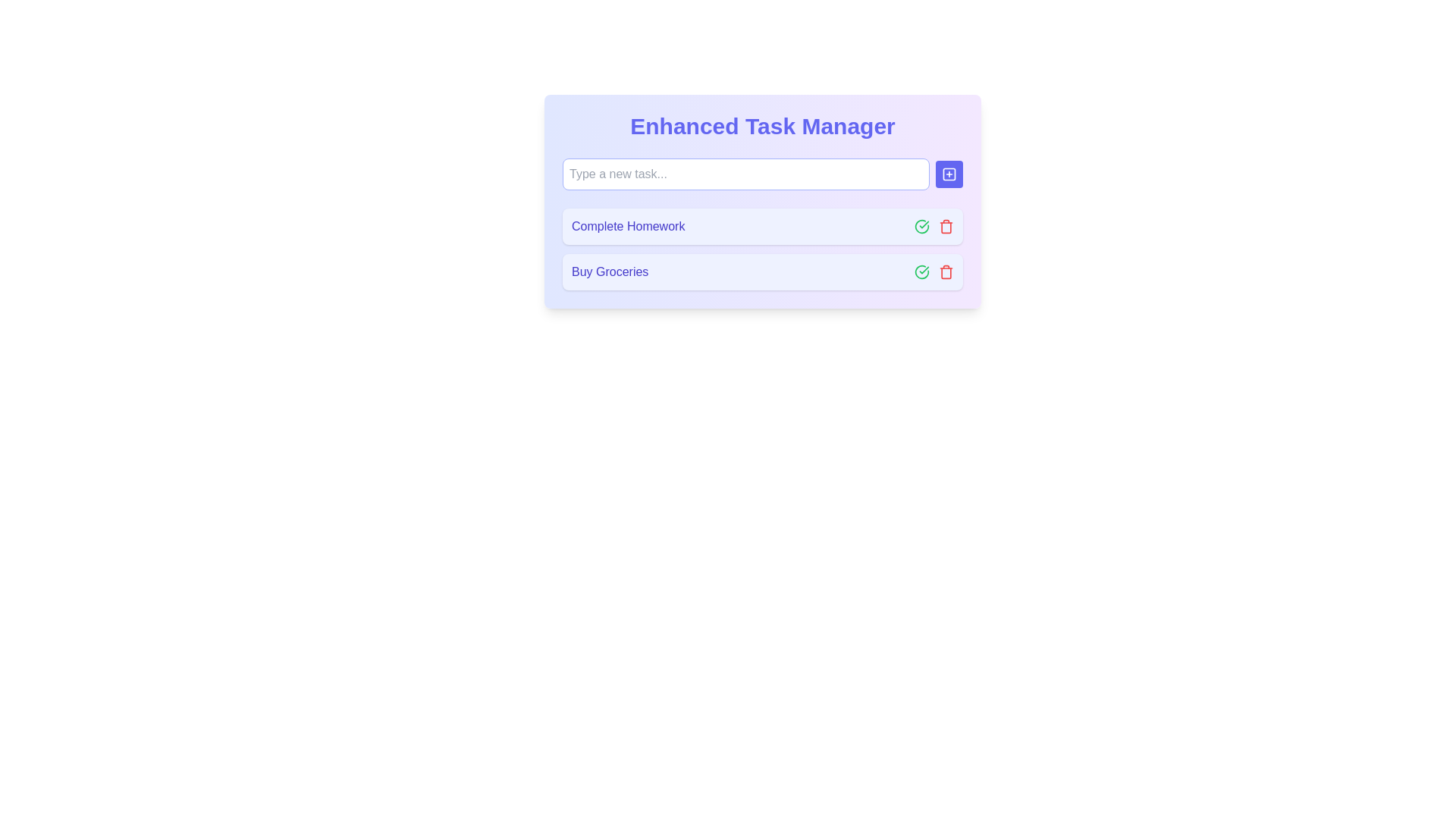 This screenshot has height=819, width=1456. What do you see at coordinates (946, 227) in the screenshot?
I see `the delete icon for the task 'Buy Groceries'` at bounding box center [946, 227].